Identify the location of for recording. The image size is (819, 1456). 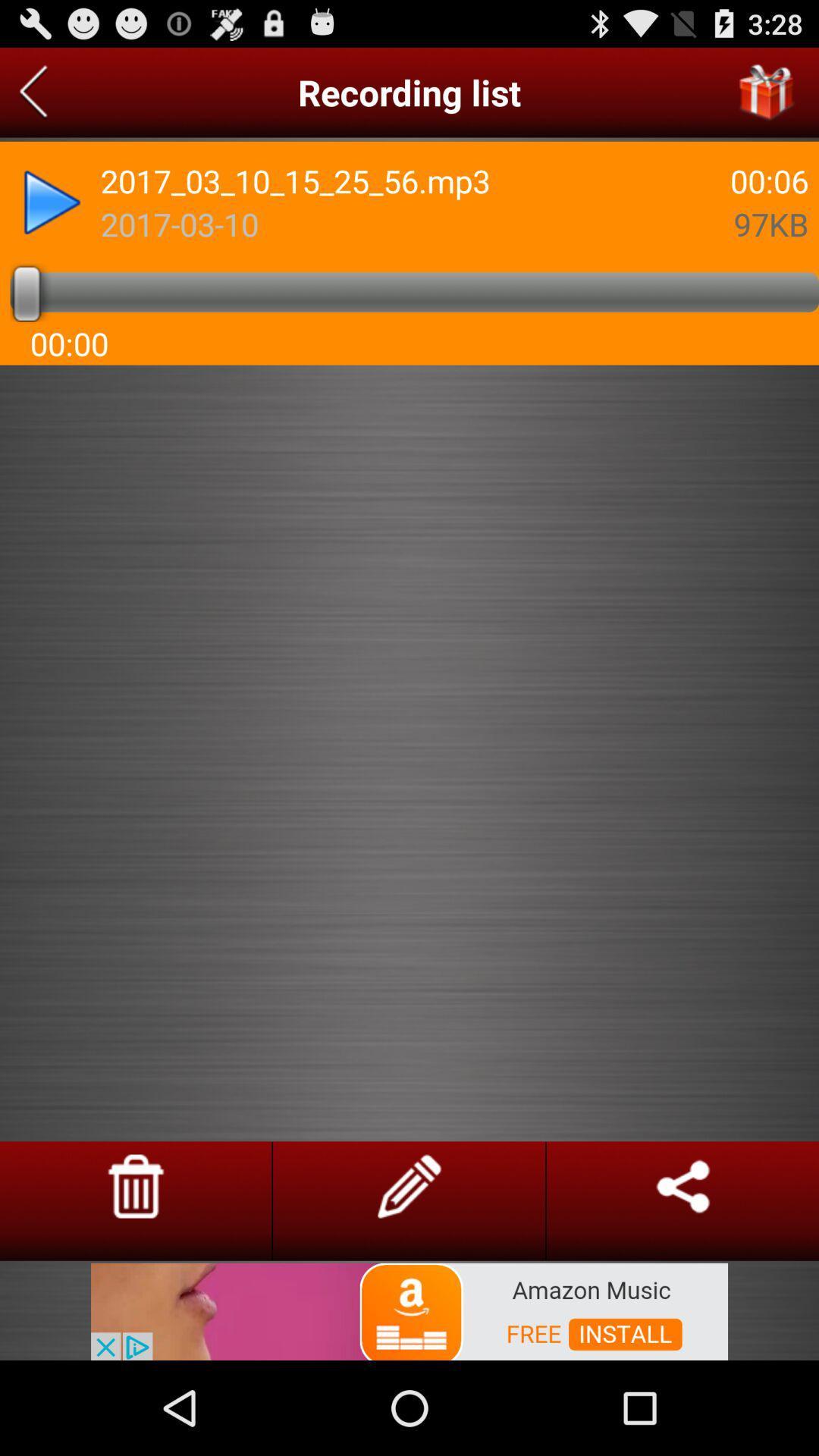
(33, 92).